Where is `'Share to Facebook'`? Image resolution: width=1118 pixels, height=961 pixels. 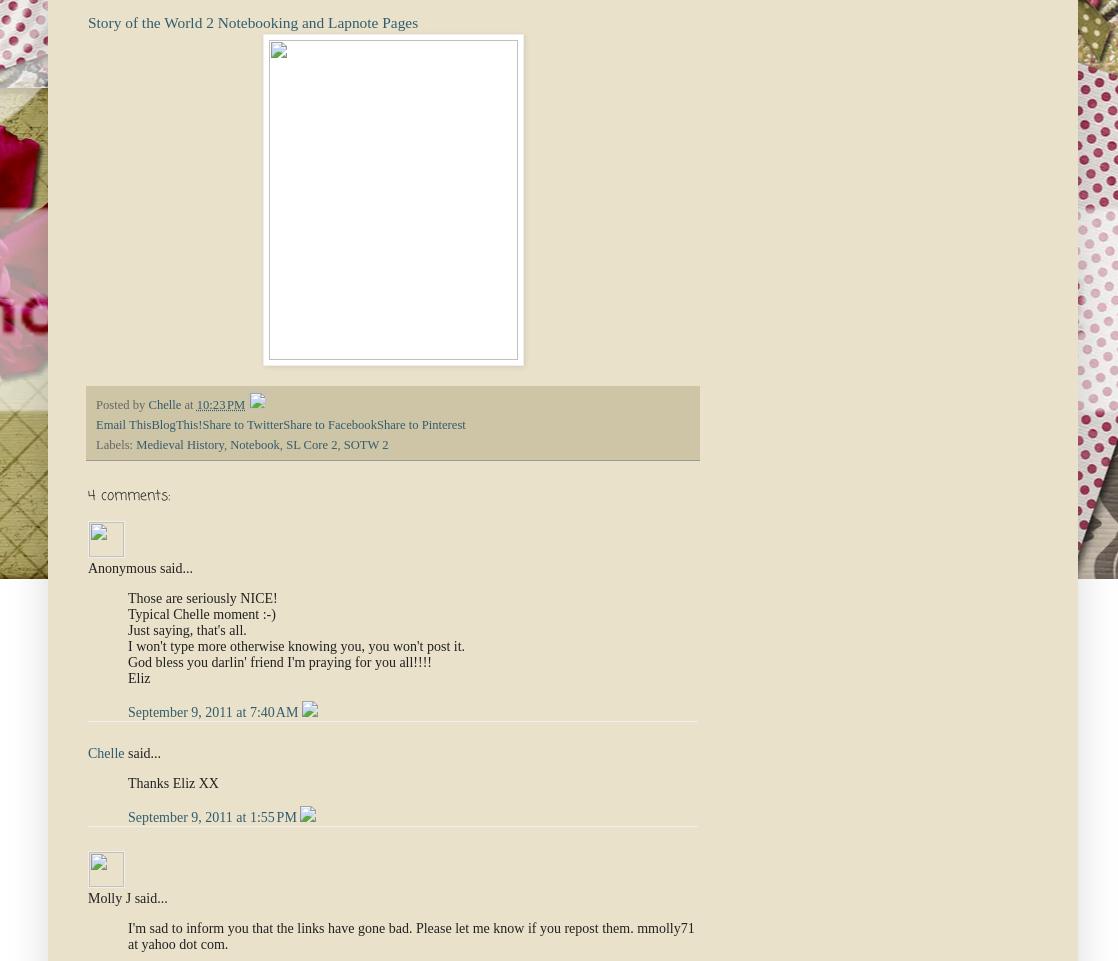 'Share to Facebook' is located at coordinates (328, 423).